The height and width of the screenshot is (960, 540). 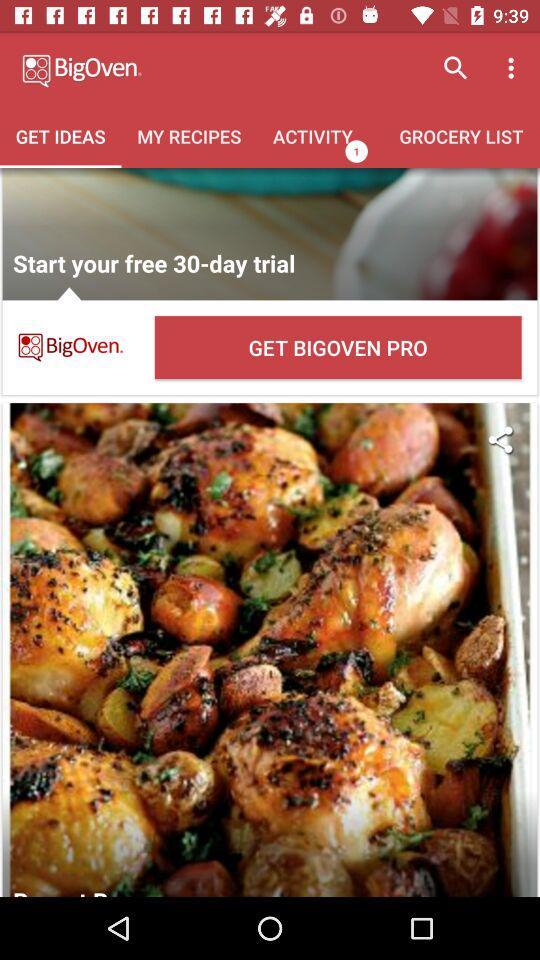 What do you see at coordinates (456, 68) in the screenshot?
I see `the search icon at the top right of the page` at bounding box center [456, 68].